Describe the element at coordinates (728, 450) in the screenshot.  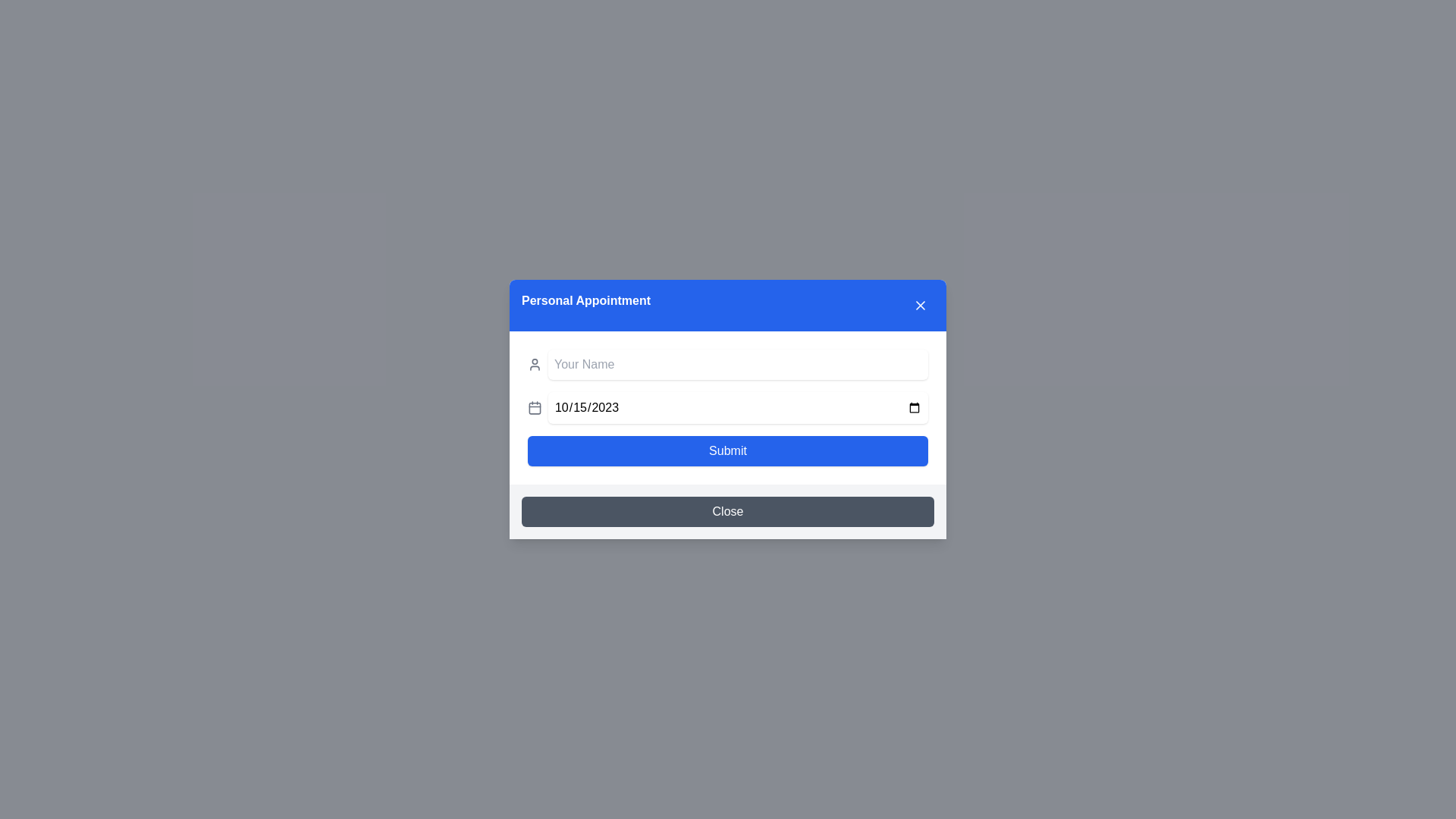
I see `the blue 'Submit' button centered in the modal for 'Personal Appointment'` at that location.